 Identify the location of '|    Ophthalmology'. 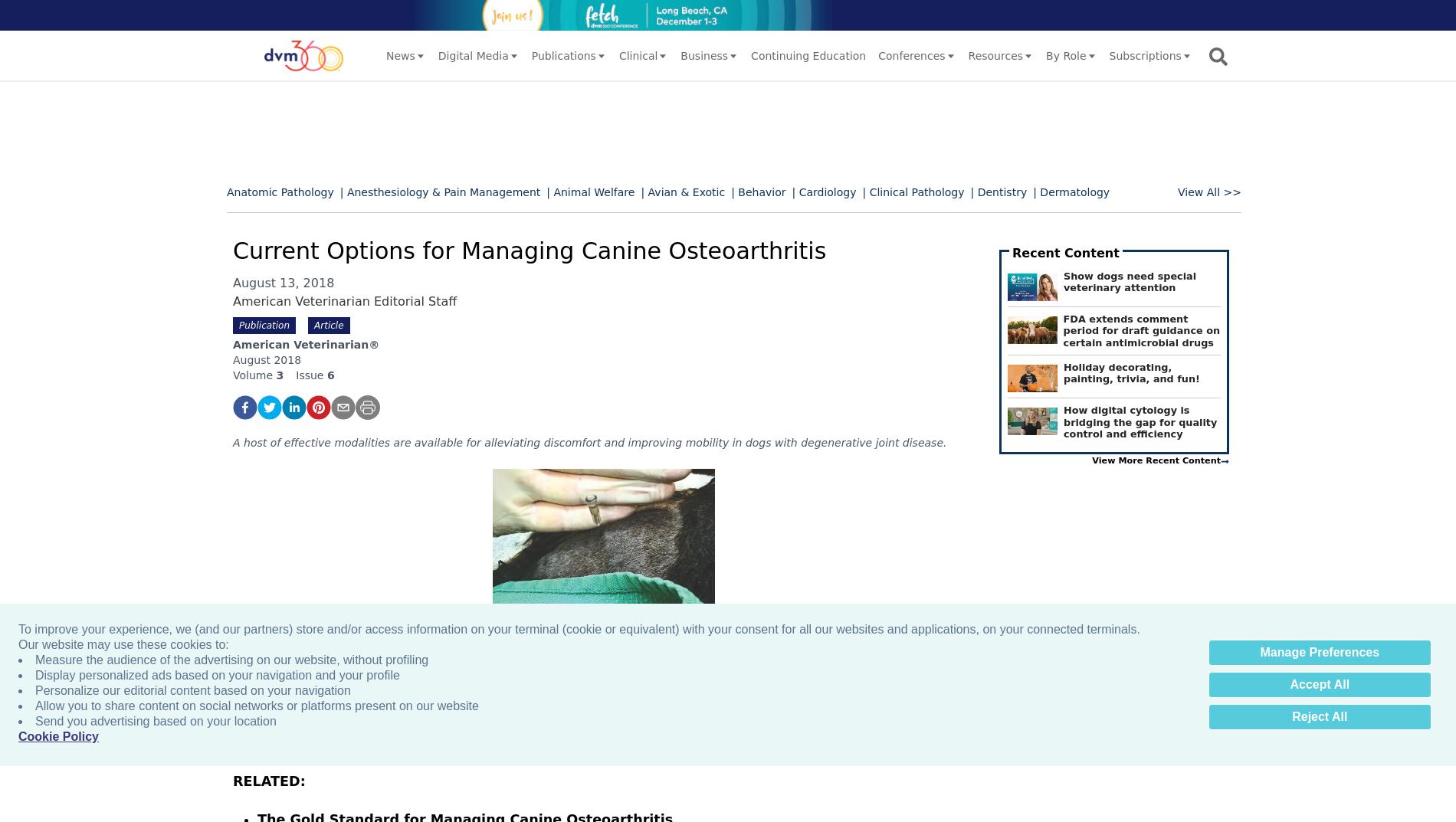
(270, 301).